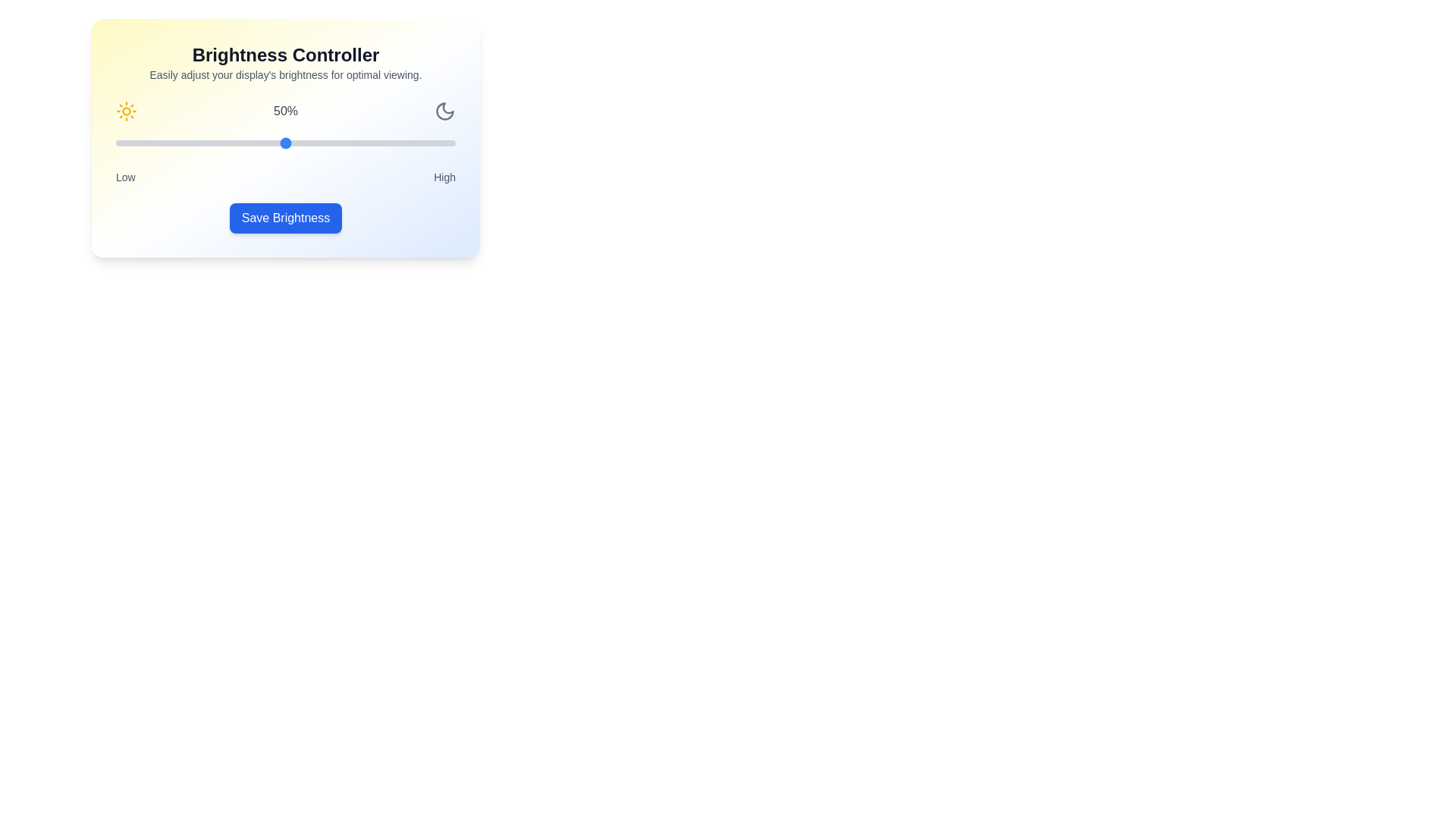 The height and width of the screenshot is (819, 1456). Describe the element at coordinates (156, 143) in the screenshot. I see `the brightness slider to 12%` at that location.